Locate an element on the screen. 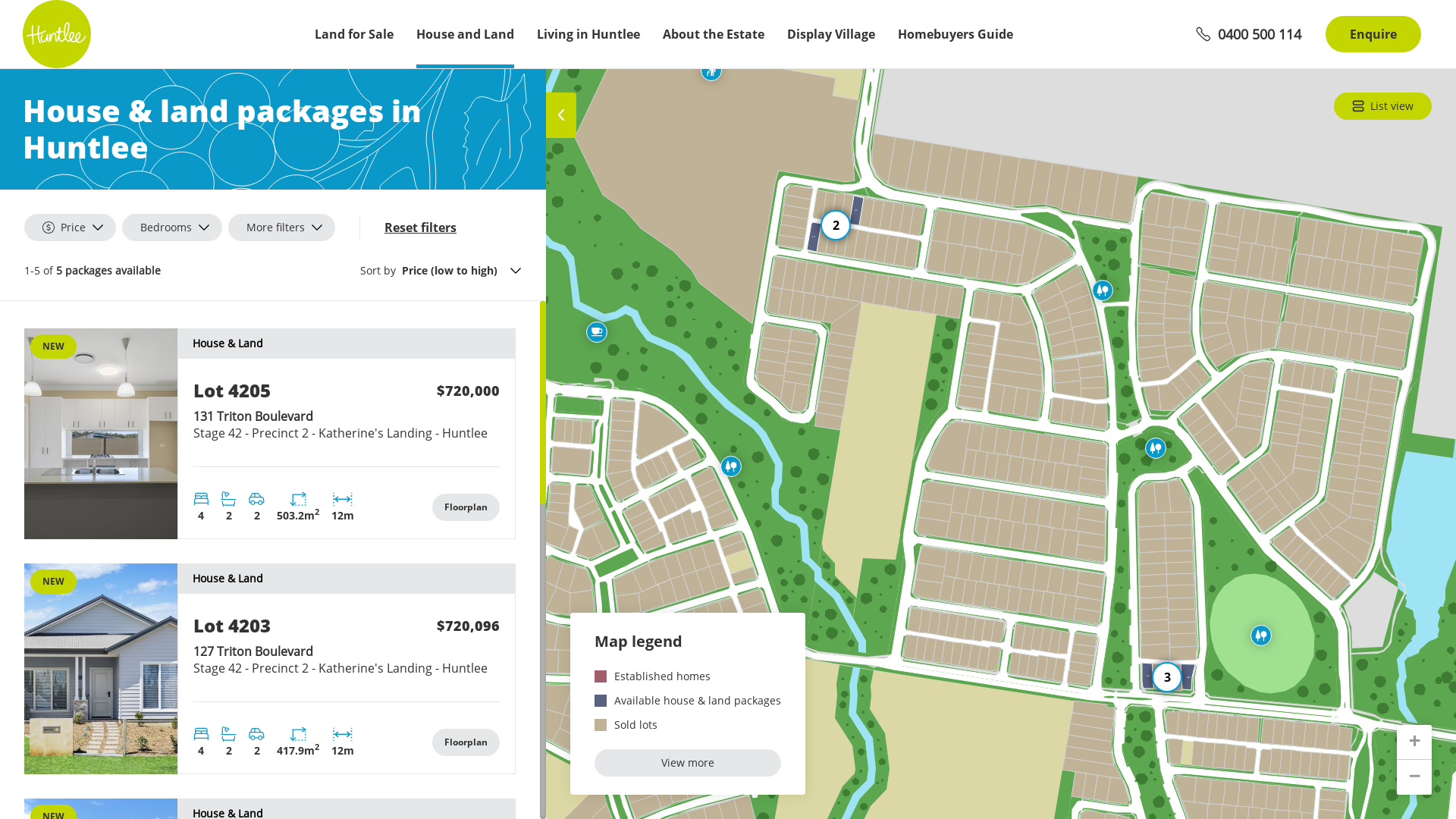  'List view' is located at coordinates (1332, 105).